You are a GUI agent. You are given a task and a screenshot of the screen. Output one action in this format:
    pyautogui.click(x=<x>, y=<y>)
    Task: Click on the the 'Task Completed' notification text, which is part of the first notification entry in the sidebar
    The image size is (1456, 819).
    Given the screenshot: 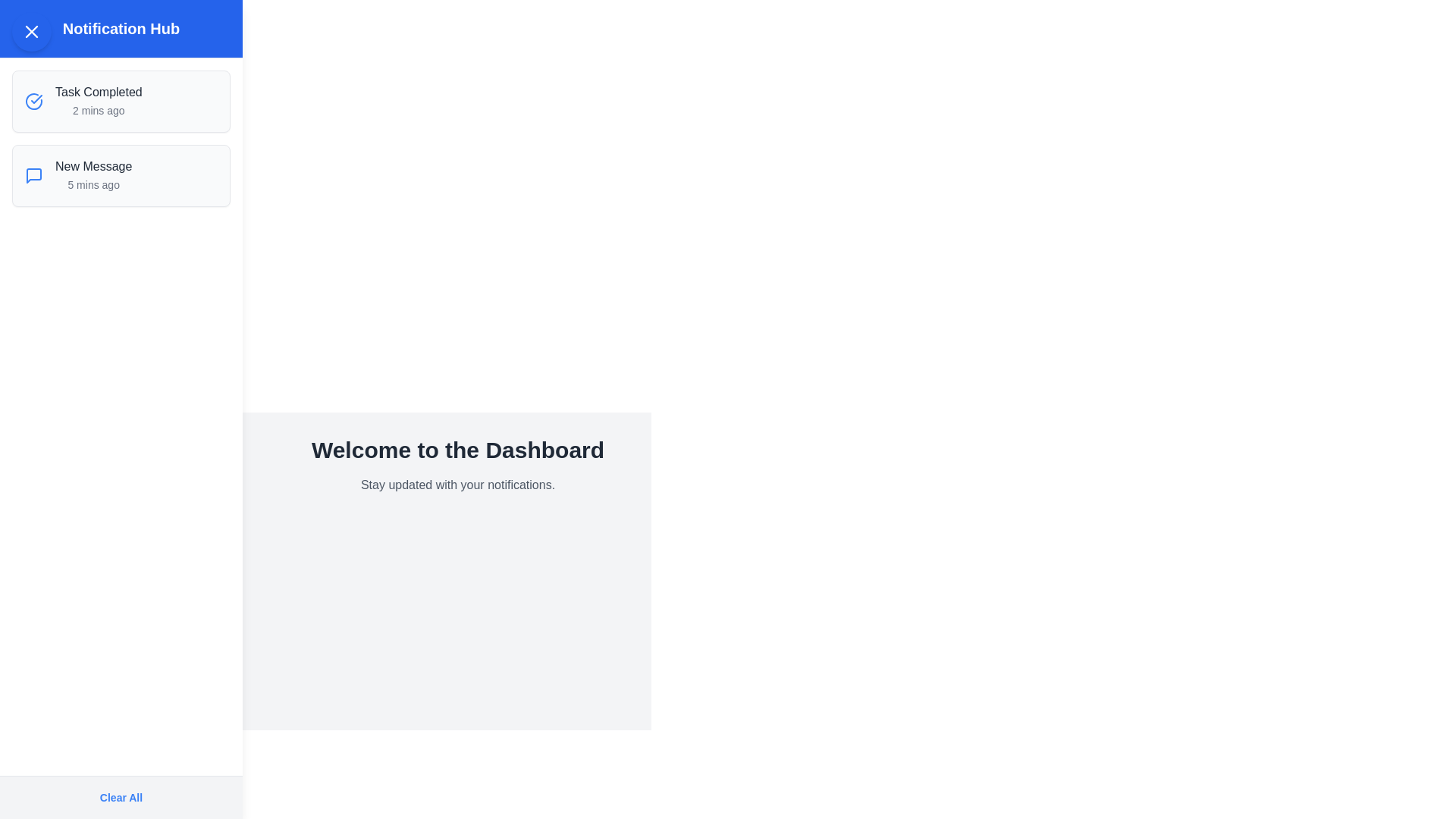 What is the action you would take?
    pyautogui.click(x=98, y=102)
    